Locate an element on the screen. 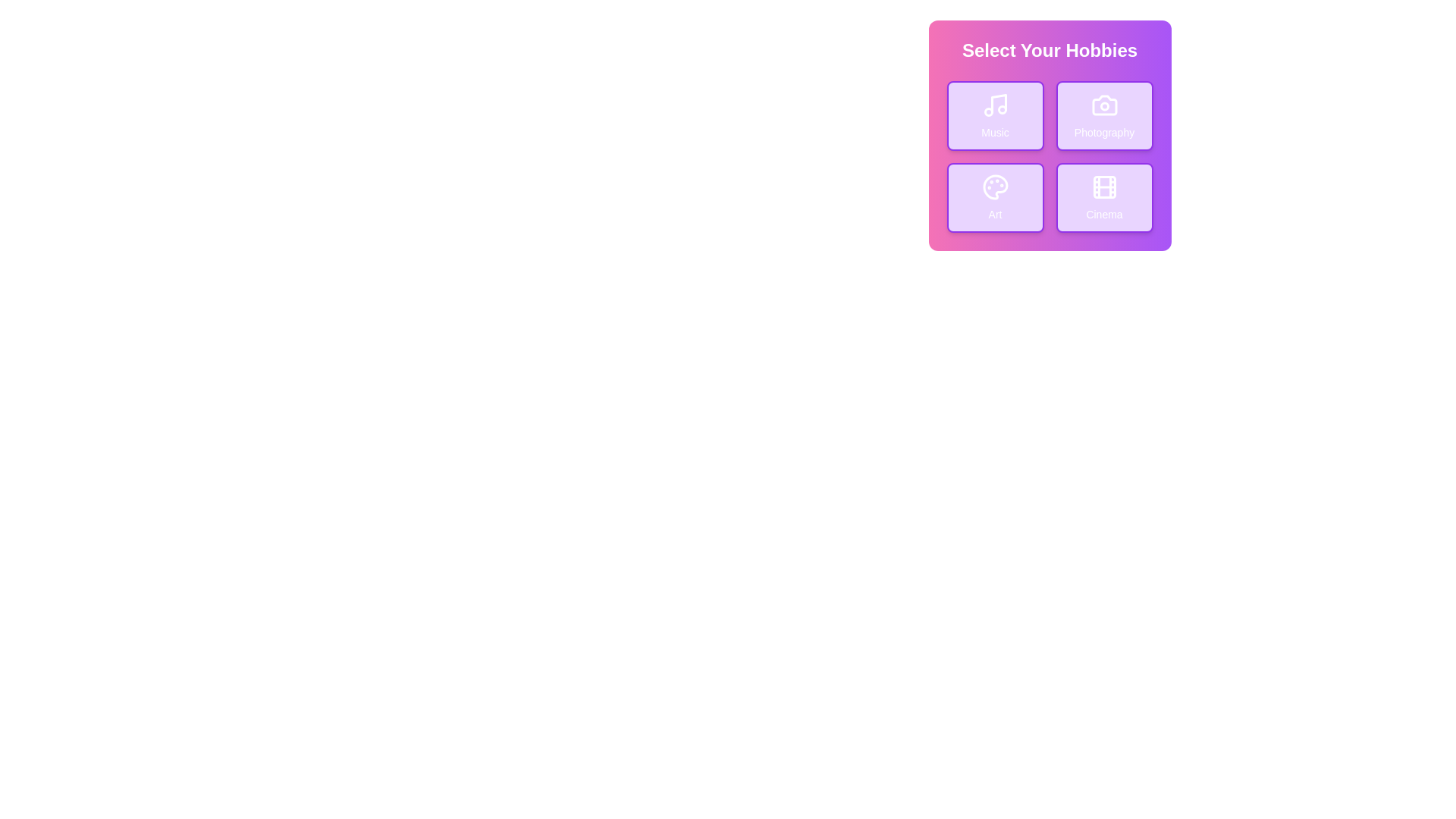  the Art button to toggle its selection state is located at coordinates (995, 197).